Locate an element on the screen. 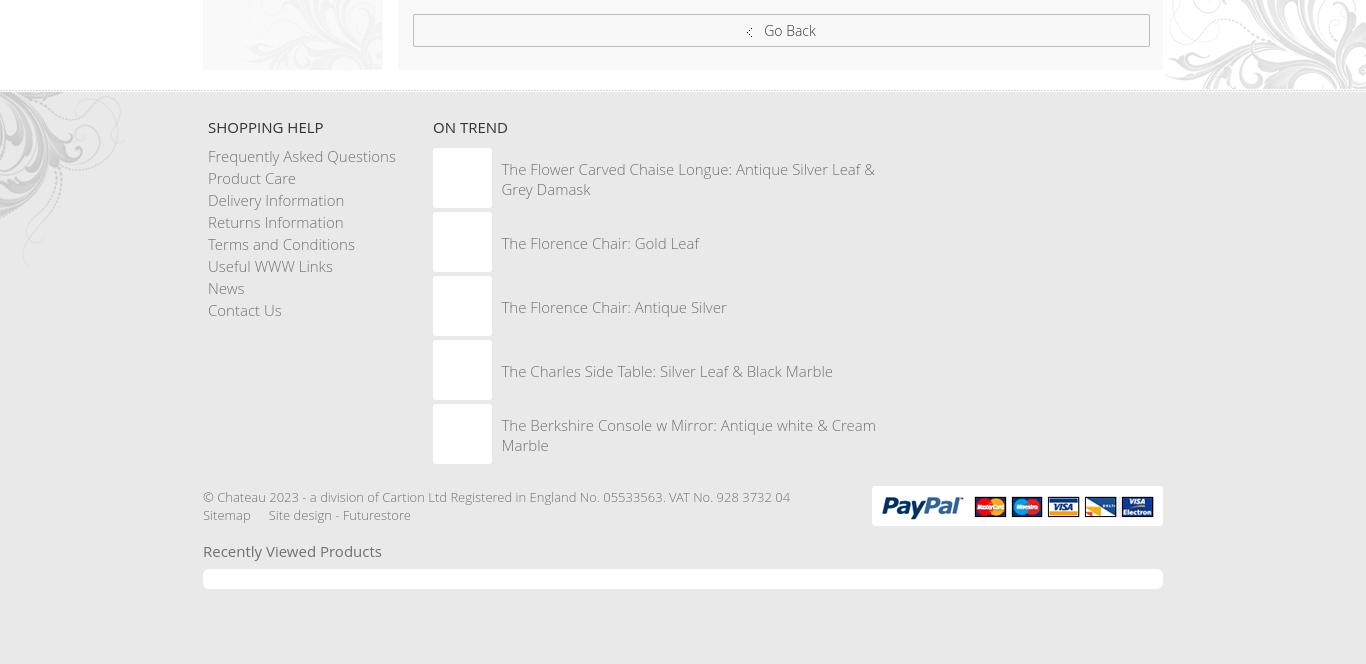 The width and height of the screenshot is (1366, 664). 'The Florence Chair: Antique Silver' is located at coordinates (612, 305).